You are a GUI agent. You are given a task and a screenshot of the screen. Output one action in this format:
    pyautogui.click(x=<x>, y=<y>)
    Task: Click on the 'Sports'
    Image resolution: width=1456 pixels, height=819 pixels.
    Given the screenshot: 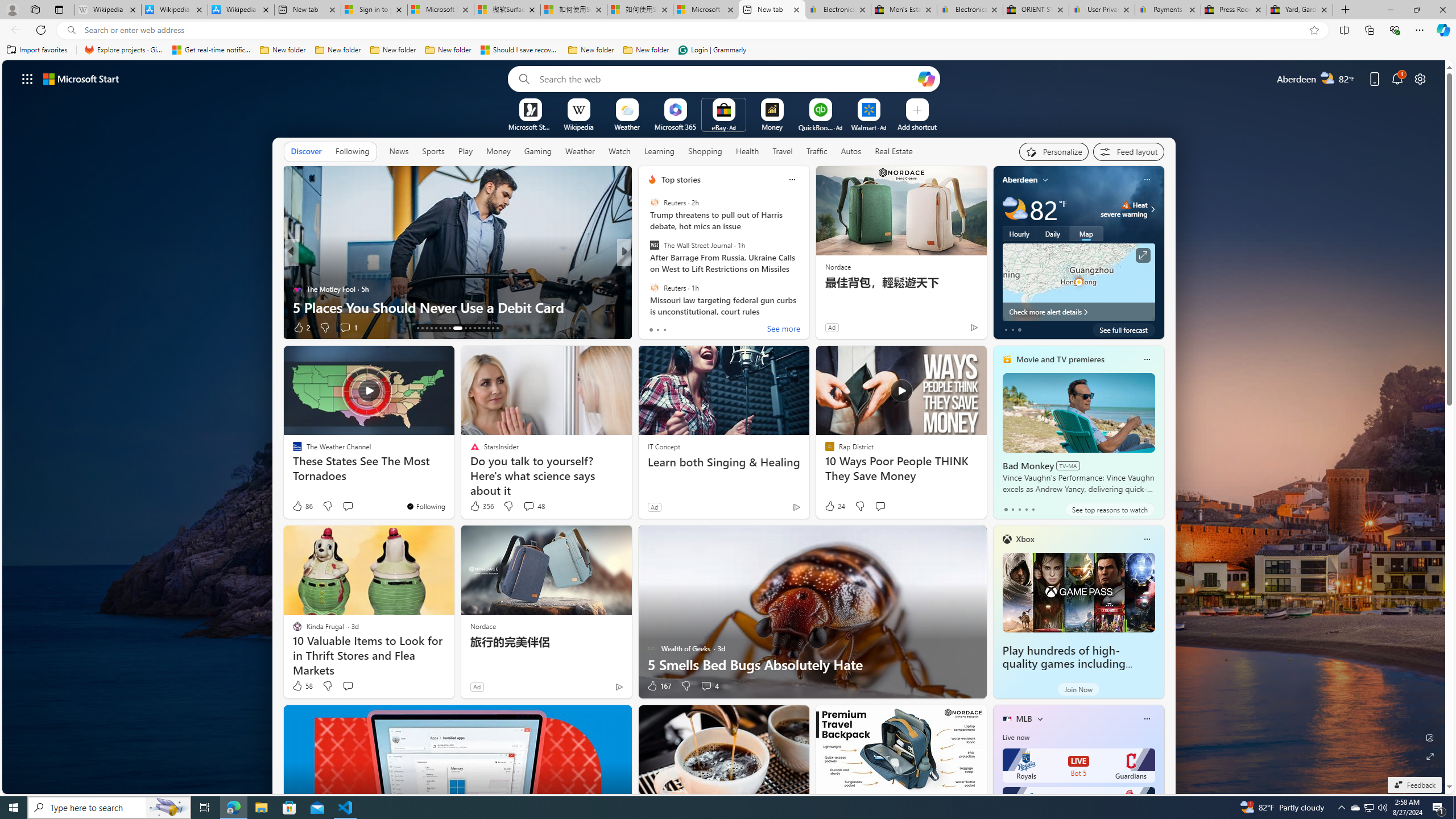 What is the action you would take?
    pyautogui.click(x=433, y=150)
    